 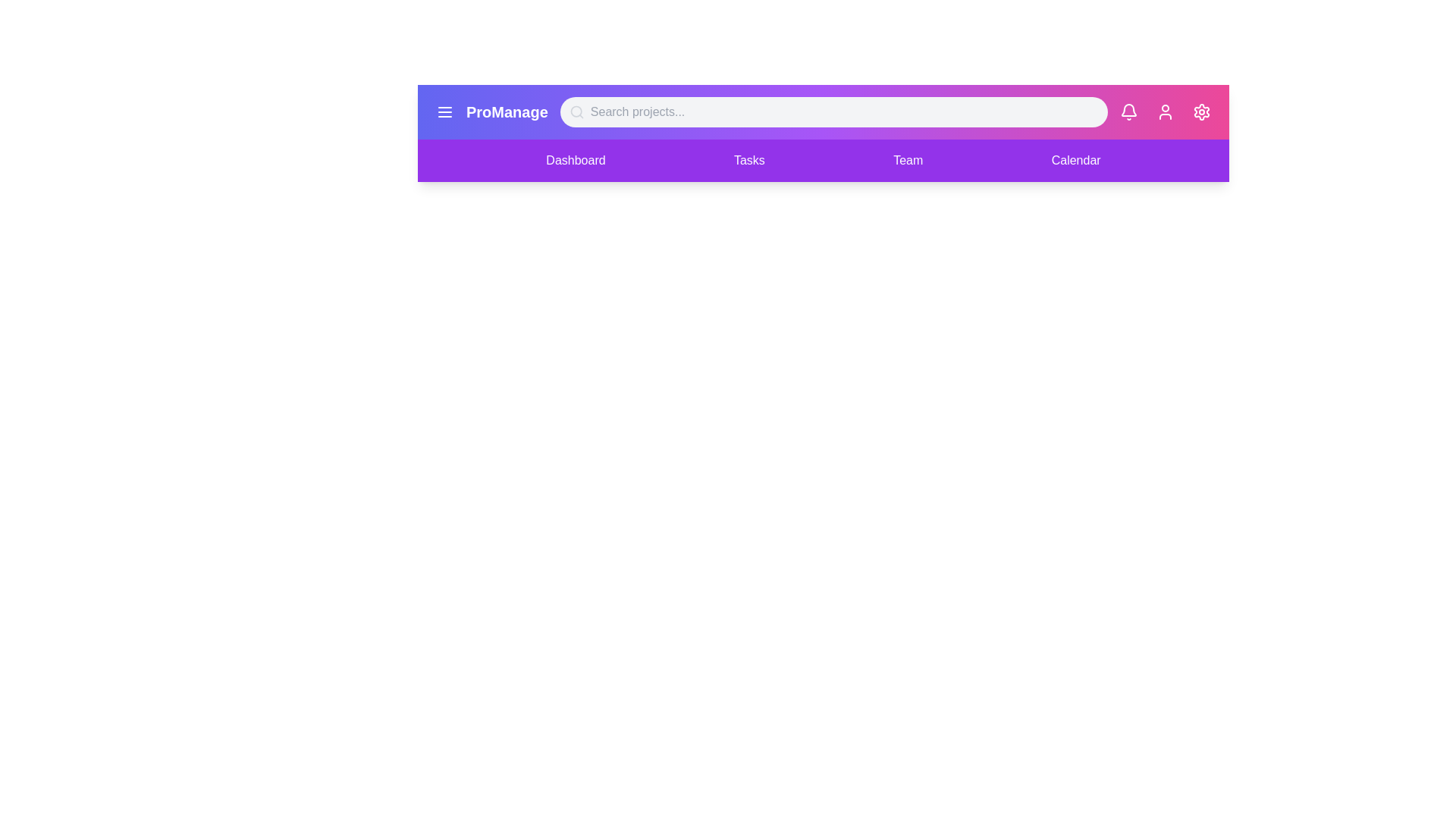 What do you see at coordinates (833, 111) in the screenshot?
I see `the search bar and type 'Project A'` at bounding box center [833, 111].